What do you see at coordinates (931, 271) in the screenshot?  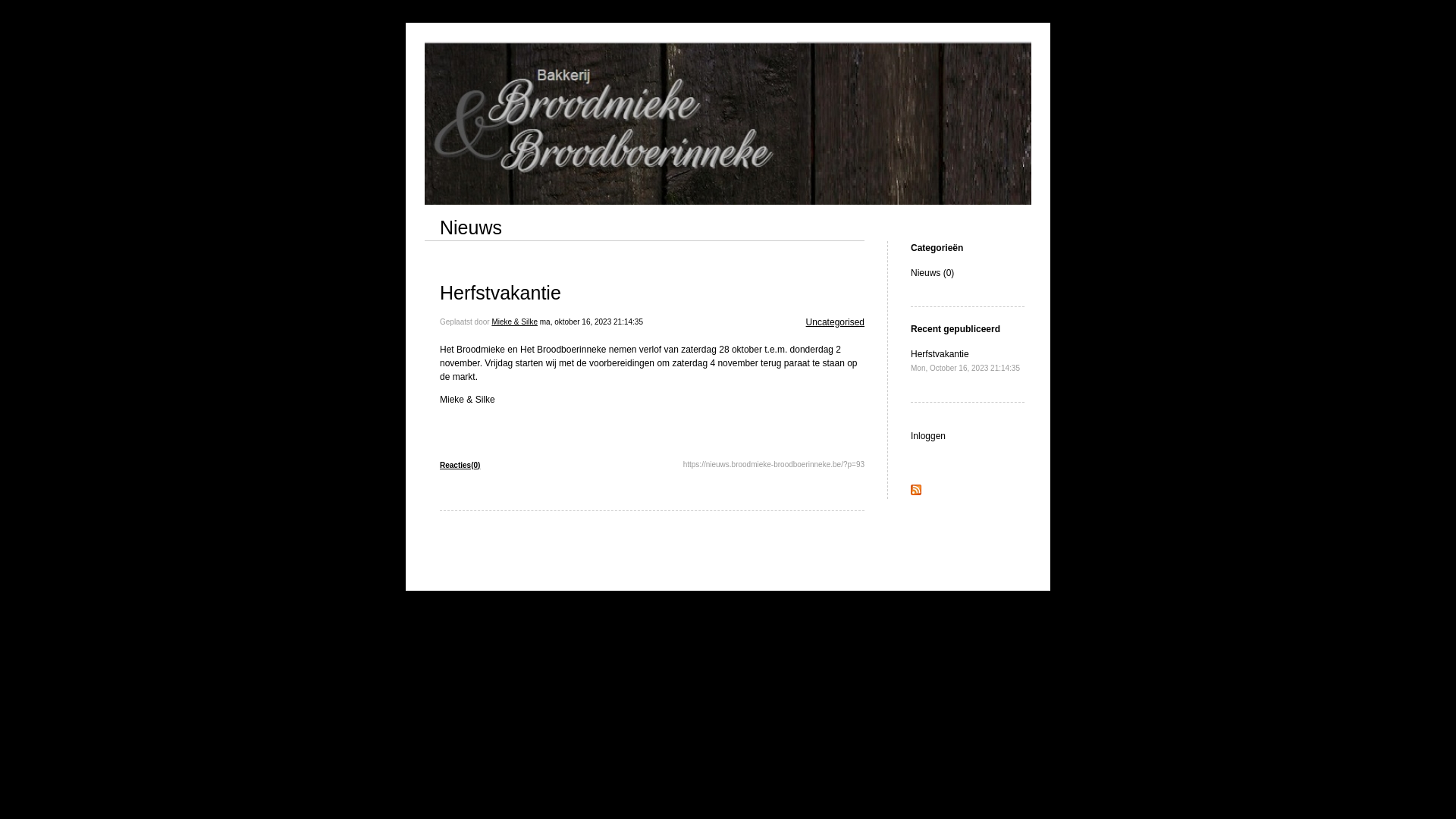 I see `'Nieuws (0)'` at bounding box center [931, 271].